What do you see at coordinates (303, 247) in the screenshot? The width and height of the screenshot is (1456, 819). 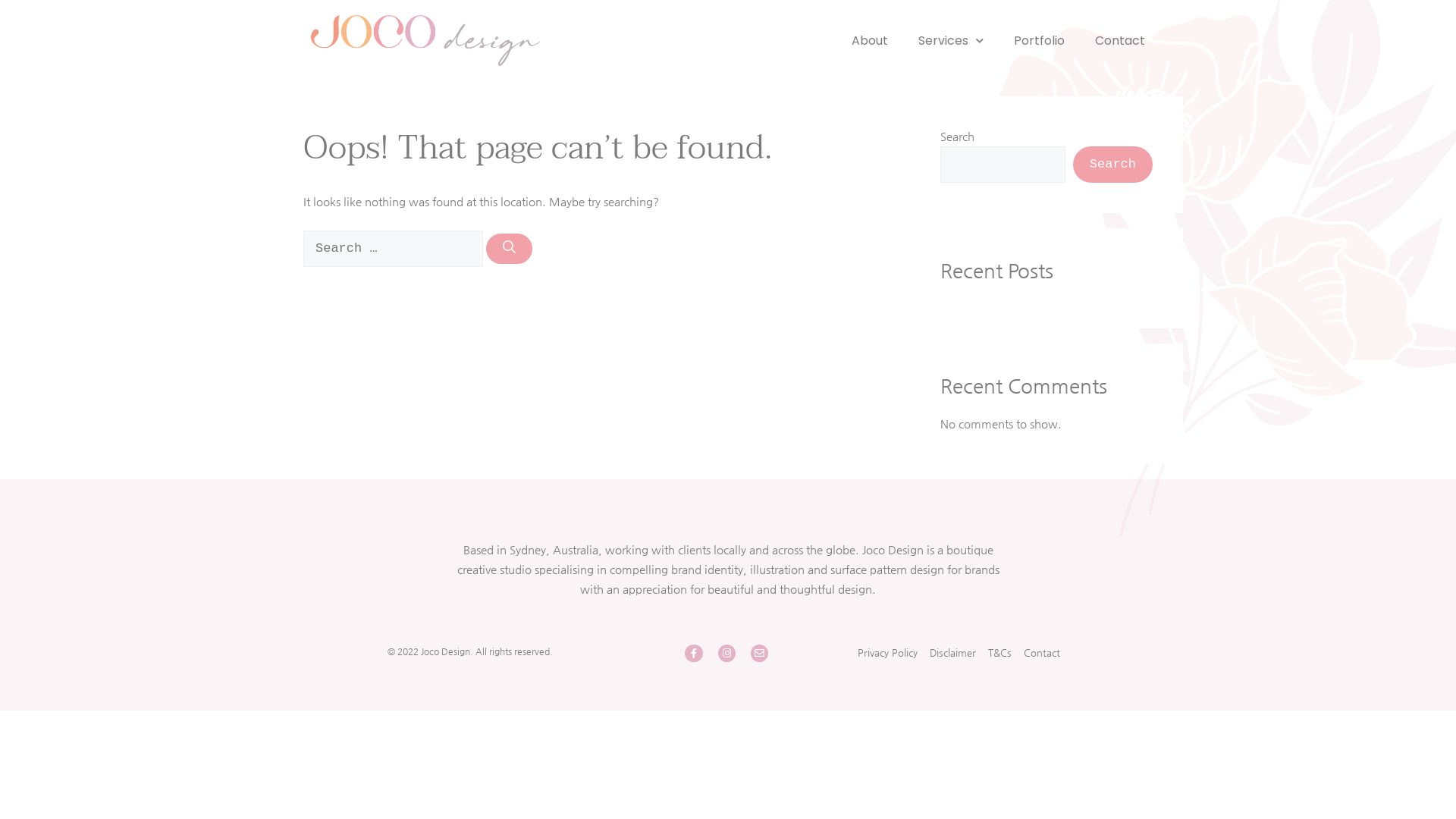 I see `'Search for:'` at bounding box center [303, 247].